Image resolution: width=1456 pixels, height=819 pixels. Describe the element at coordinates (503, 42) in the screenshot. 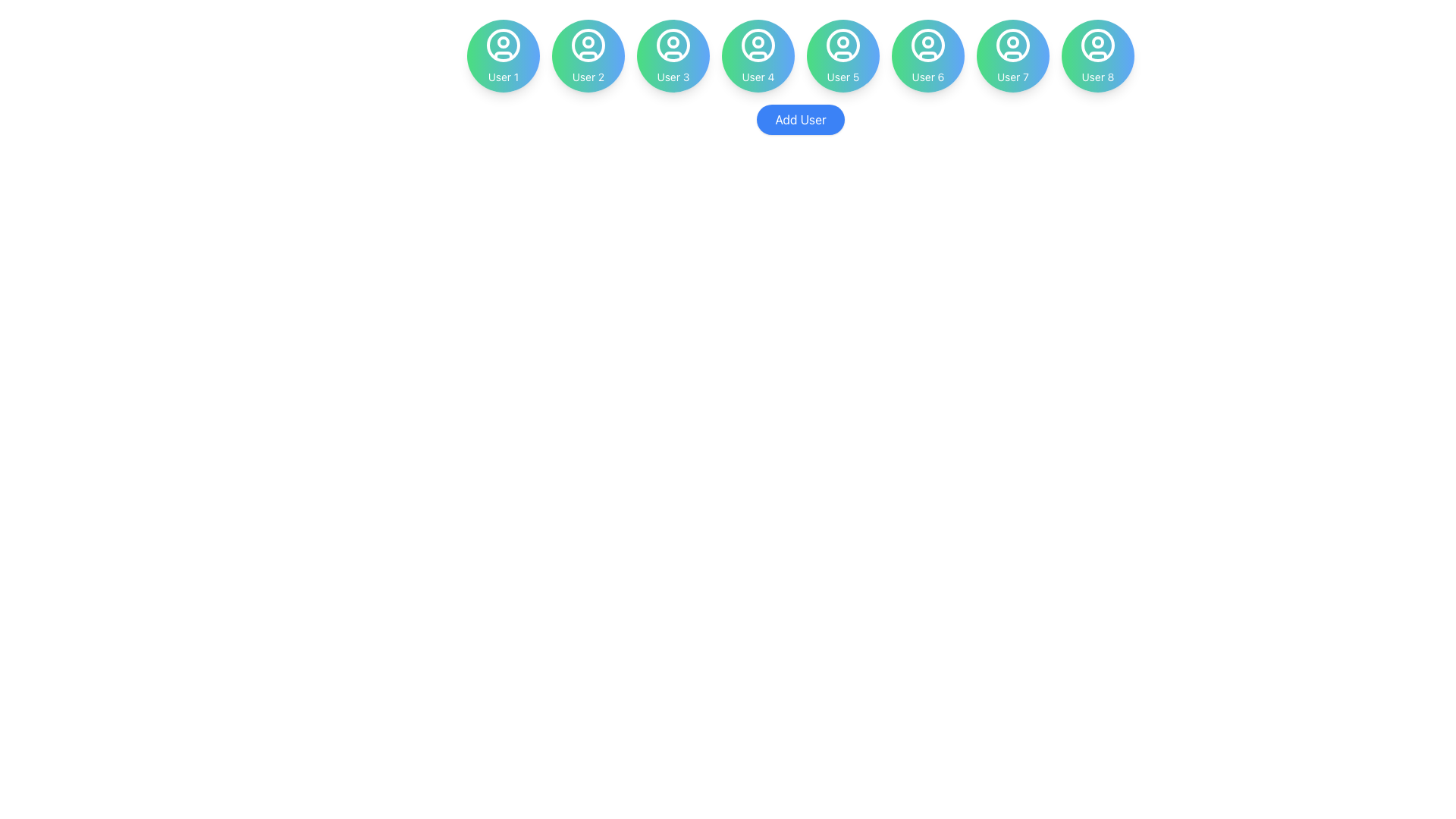

I see `the circular graphical component located within the 'User 1' icon, which symbolizes a profile or graphical aspect related to the user` at that location.